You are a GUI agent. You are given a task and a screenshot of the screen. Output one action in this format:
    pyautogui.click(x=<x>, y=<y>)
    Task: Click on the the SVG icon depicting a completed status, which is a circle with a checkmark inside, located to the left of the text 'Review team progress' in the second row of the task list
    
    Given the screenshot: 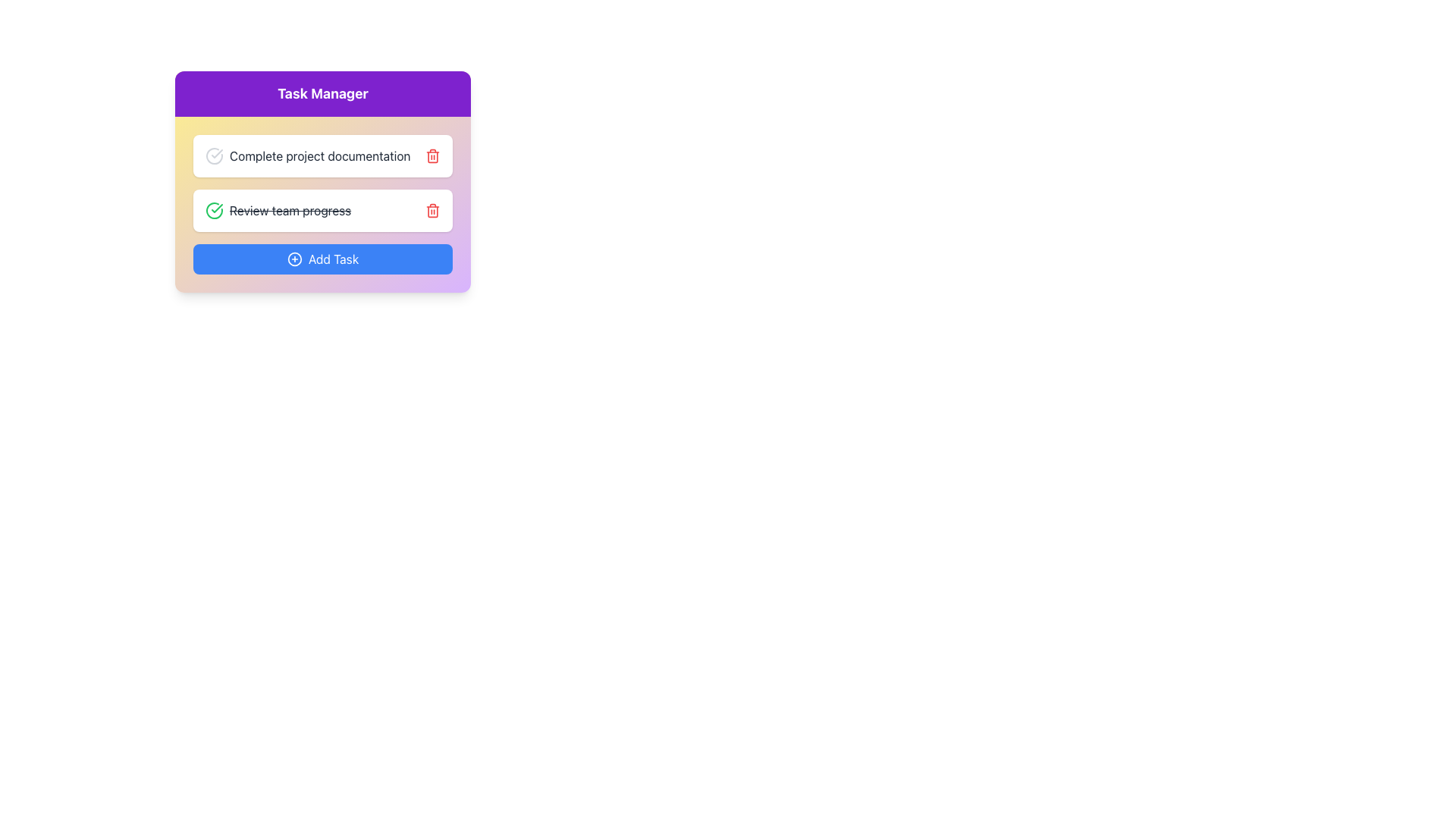 What is the action you would take?
    pyautogui.click(x=214, y=210)
    